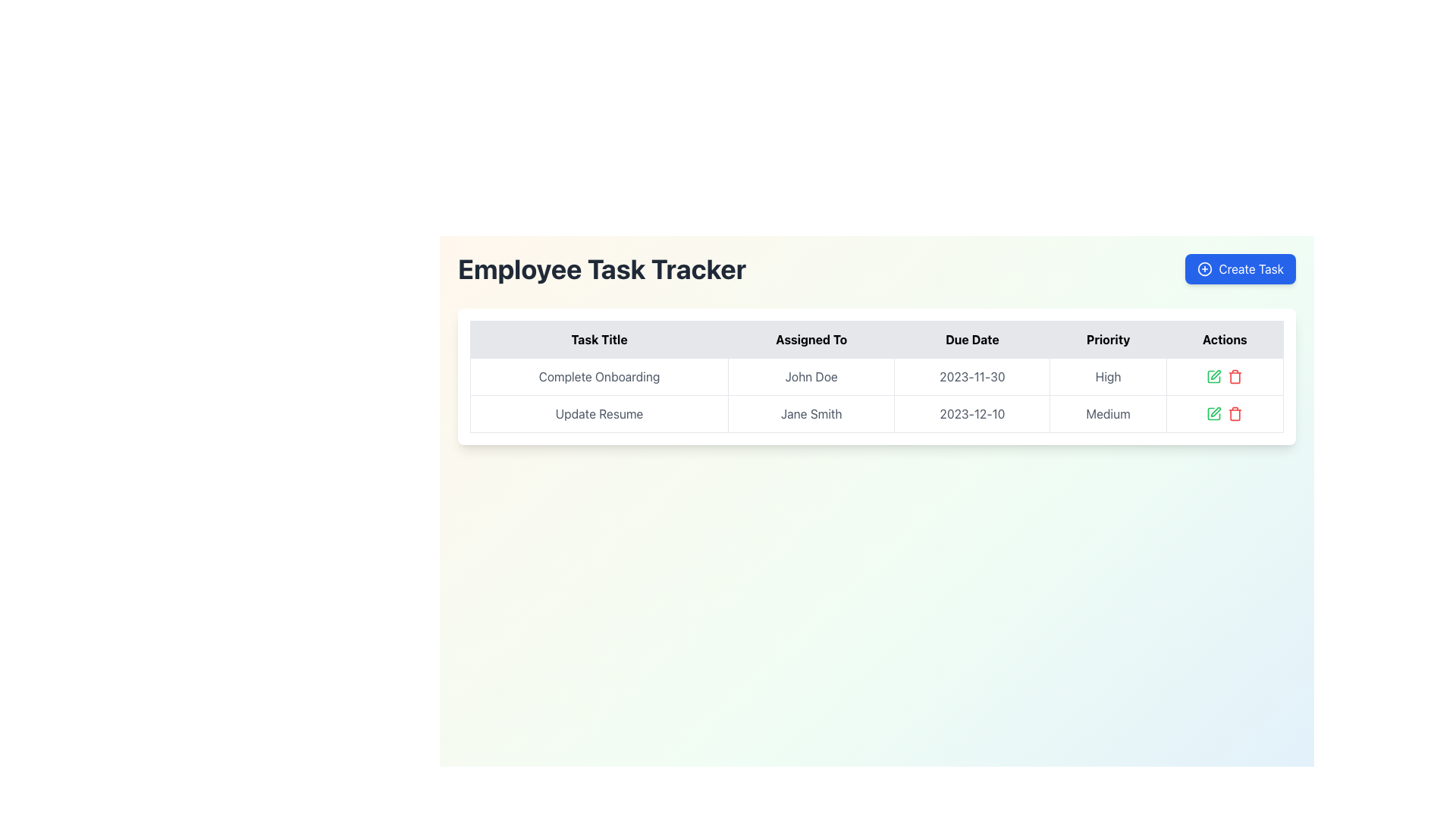 This screenshot has height=819, width=1456. What do you see at coordinates (1225, 338) in the screenshot?
I see `the Table Header labeled 'Actions', which is the fifth column header in a table header row with a light gray background and bold font` at bounding box center [1225, 338].